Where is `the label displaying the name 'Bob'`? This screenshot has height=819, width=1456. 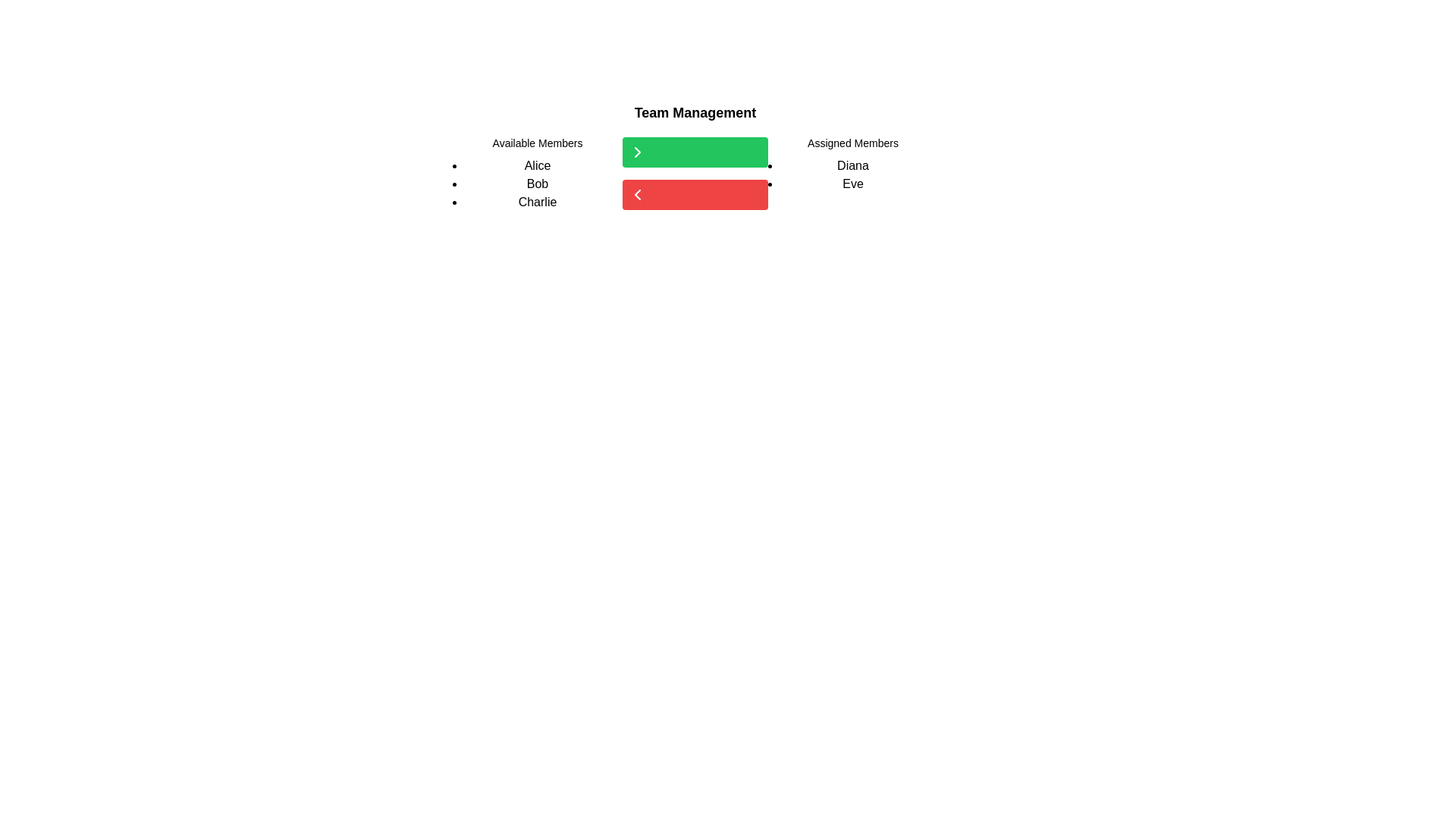 the label displaying the name 'Bob' is located at coordinates (538, 184).